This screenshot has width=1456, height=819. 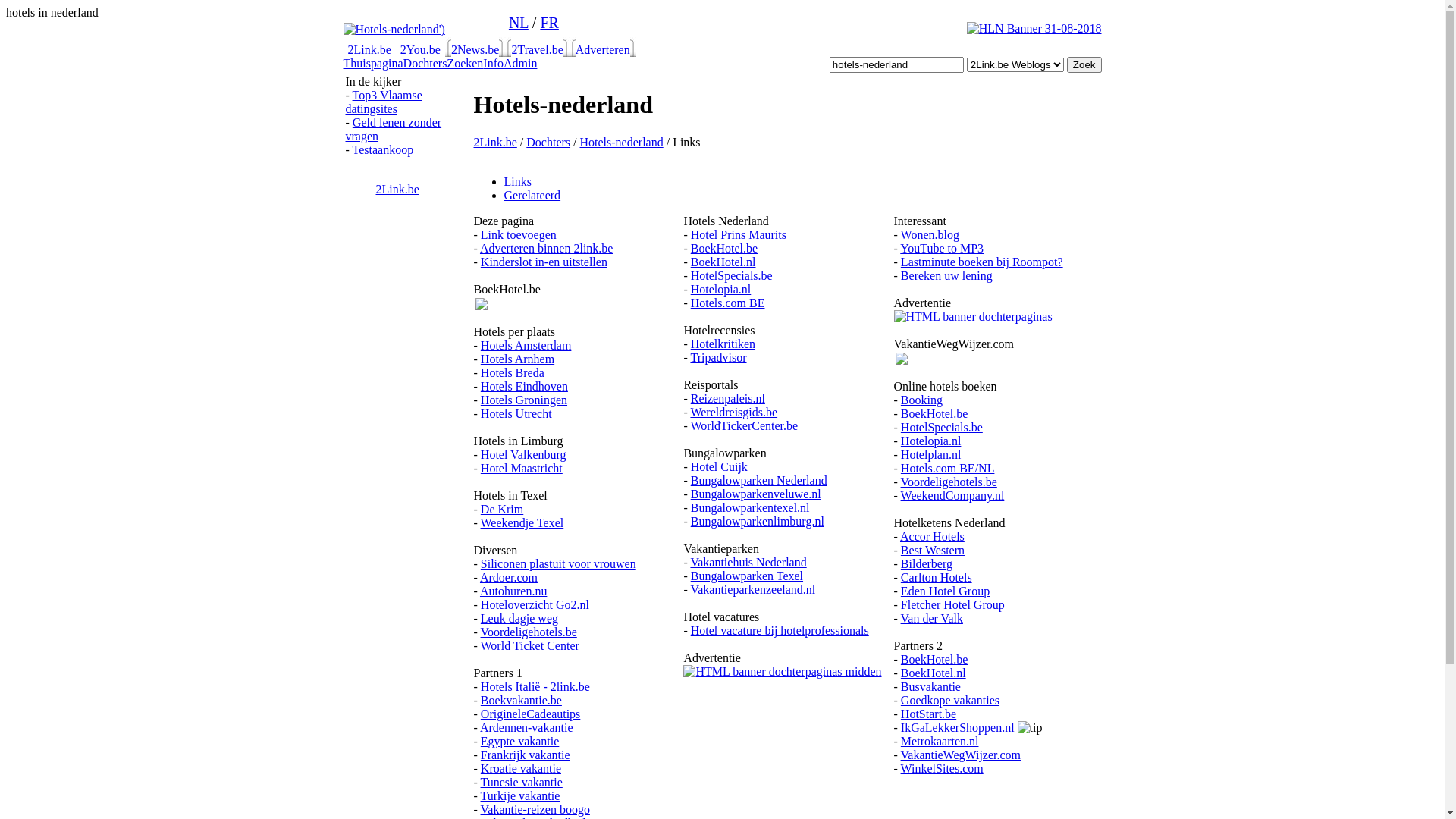 What do you see at coordinates (519, 23) in the screenshot?
I see `'NL'` at bounding box center [519, 23].